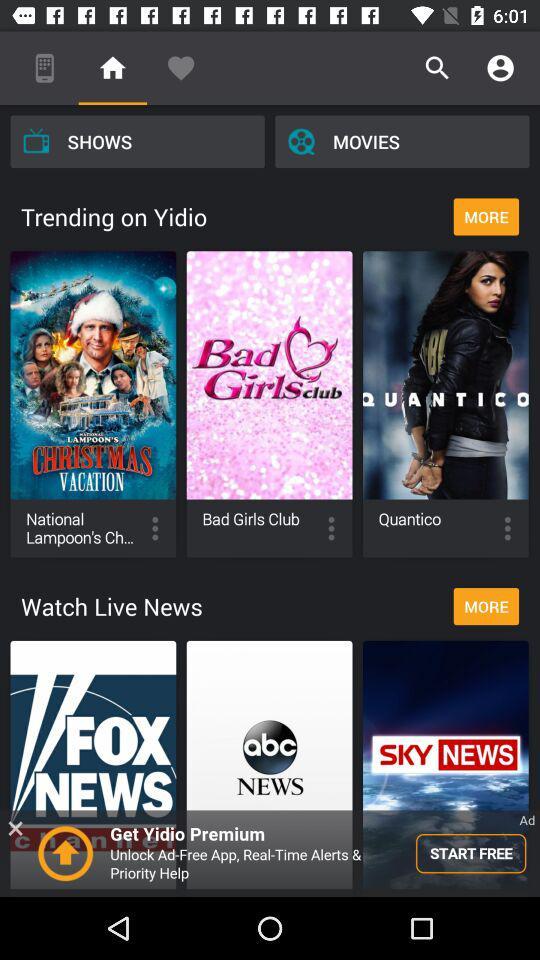  What do you see at coordinates (136, 140) in the screenshot?
I see `the icon above trending on yidio` at bounding box center [136, 140].